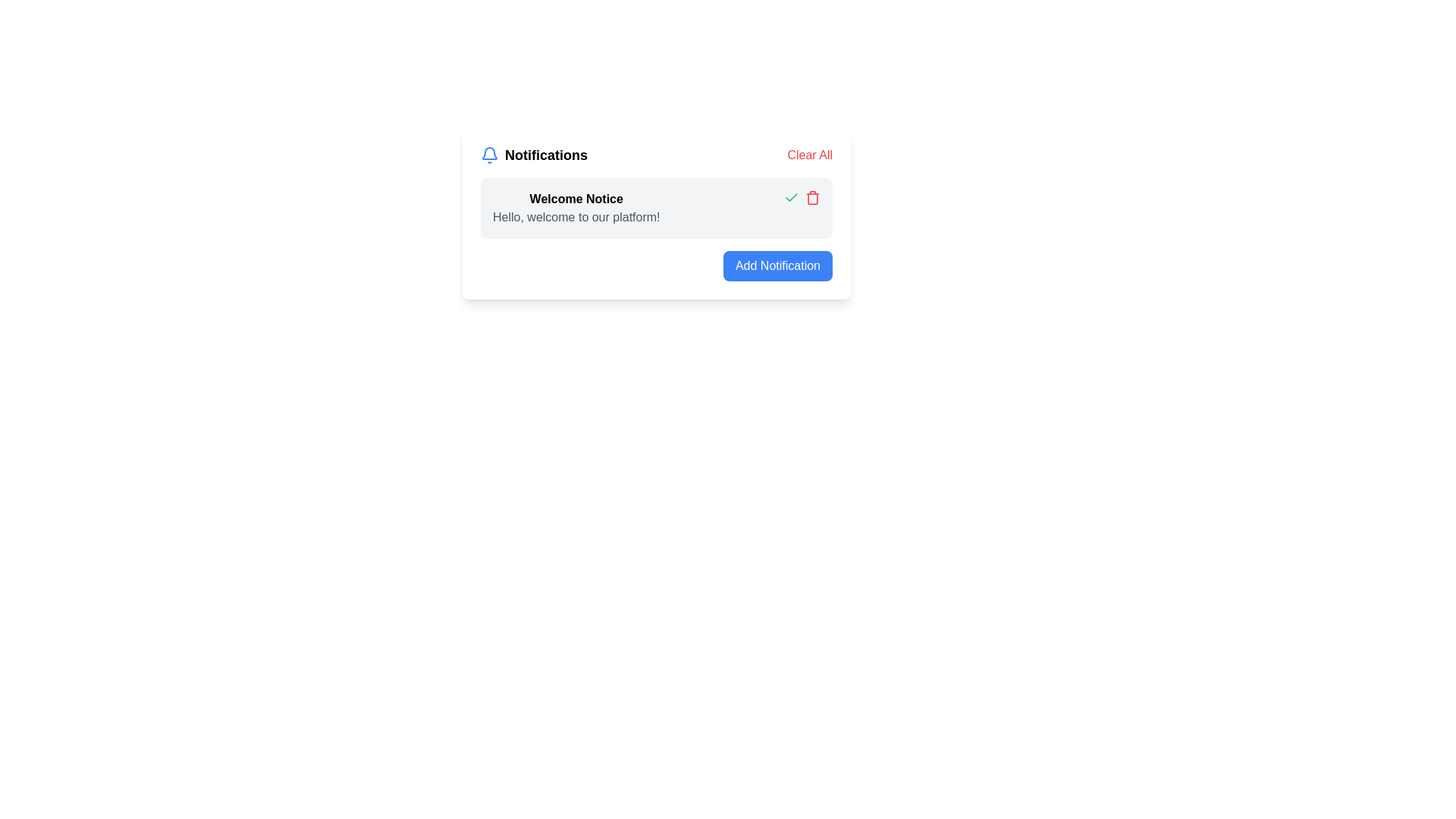  I want to click on the 'Add Notification' button with rounded corners that has a blue background and white text, so click(778, 265).